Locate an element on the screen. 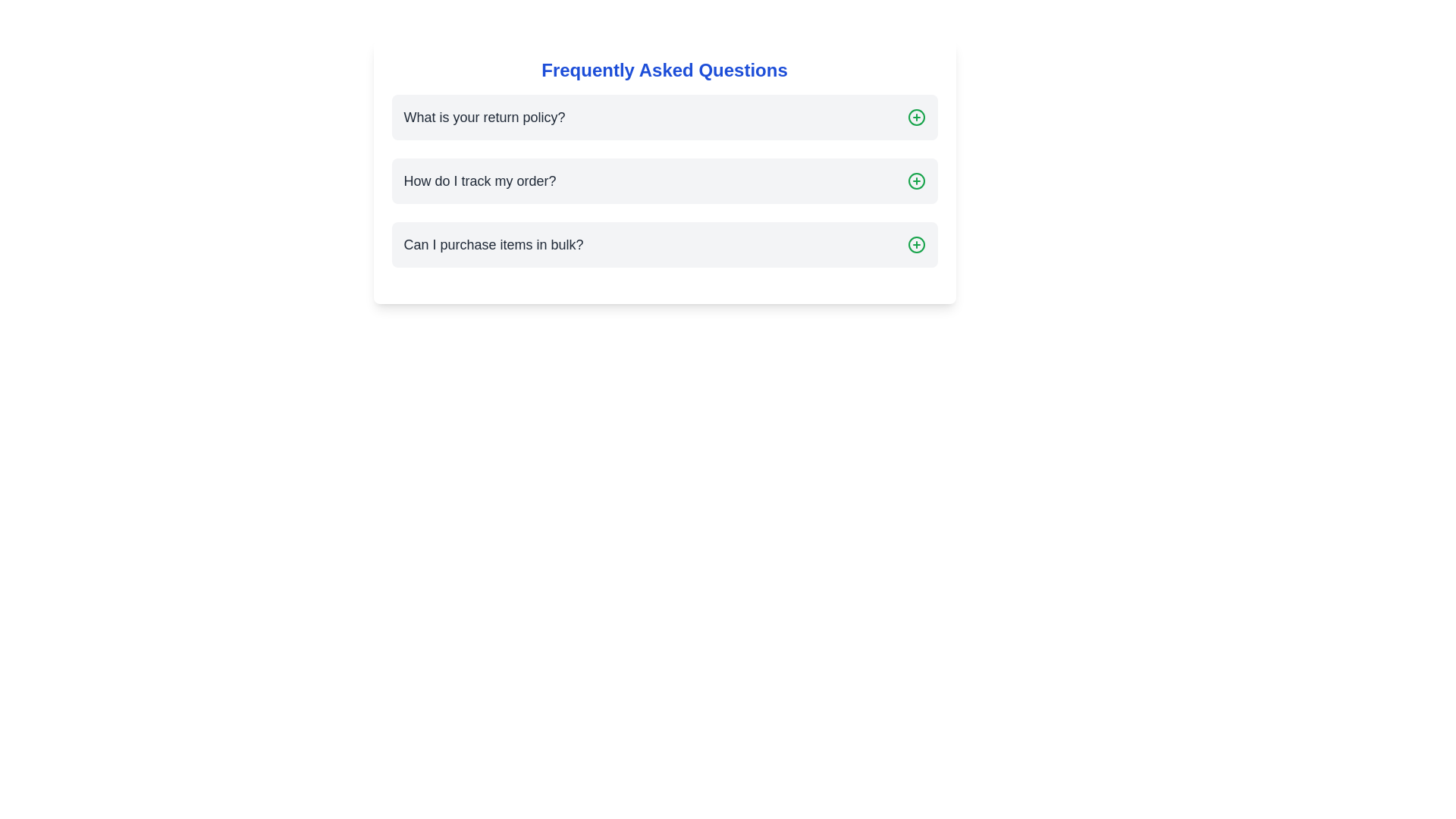 The width and height of the screenshot is (1456, 819). the text label displaying 'How do I track my order?' which is the second question in the list of FAQs is located at coordinates (479, 180).